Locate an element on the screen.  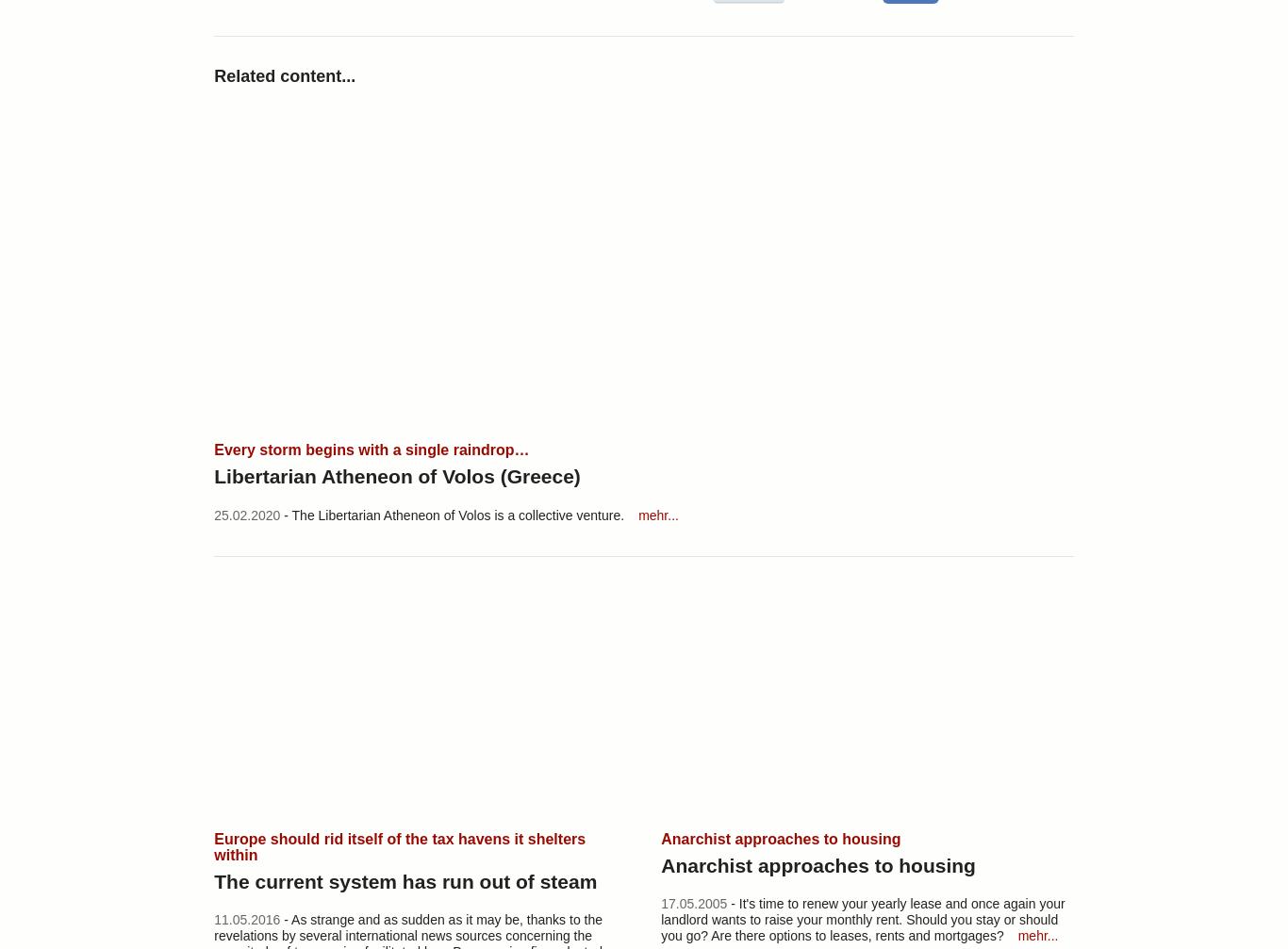
'17.05.2005' is located at coordinates (694, 902).